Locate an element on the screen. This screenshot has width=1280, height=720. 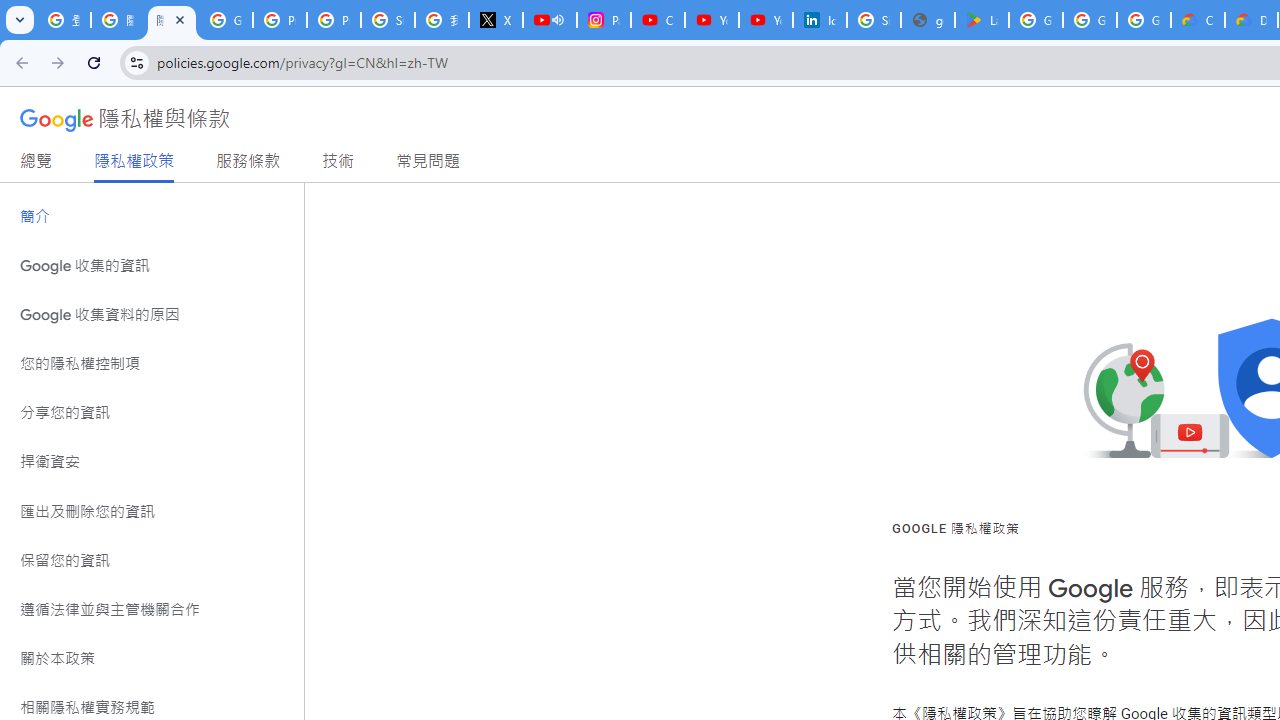
'Customer Care | Google Cloud' is located at coordinates (1198, 20).